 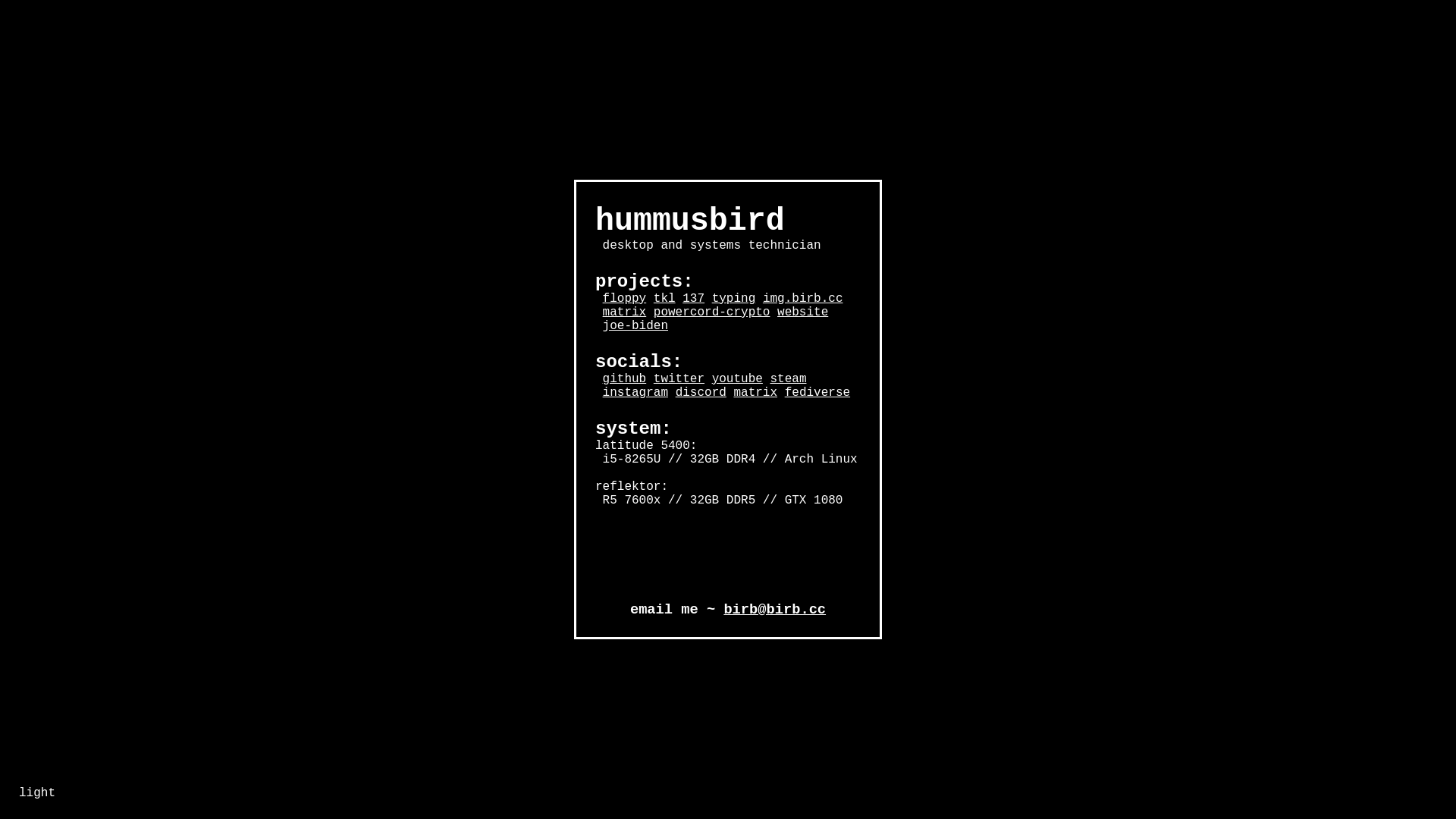 What do you see at coordinates (625, 378) in the screenshot?
I see `'github'` at bounding box center [625, 378].